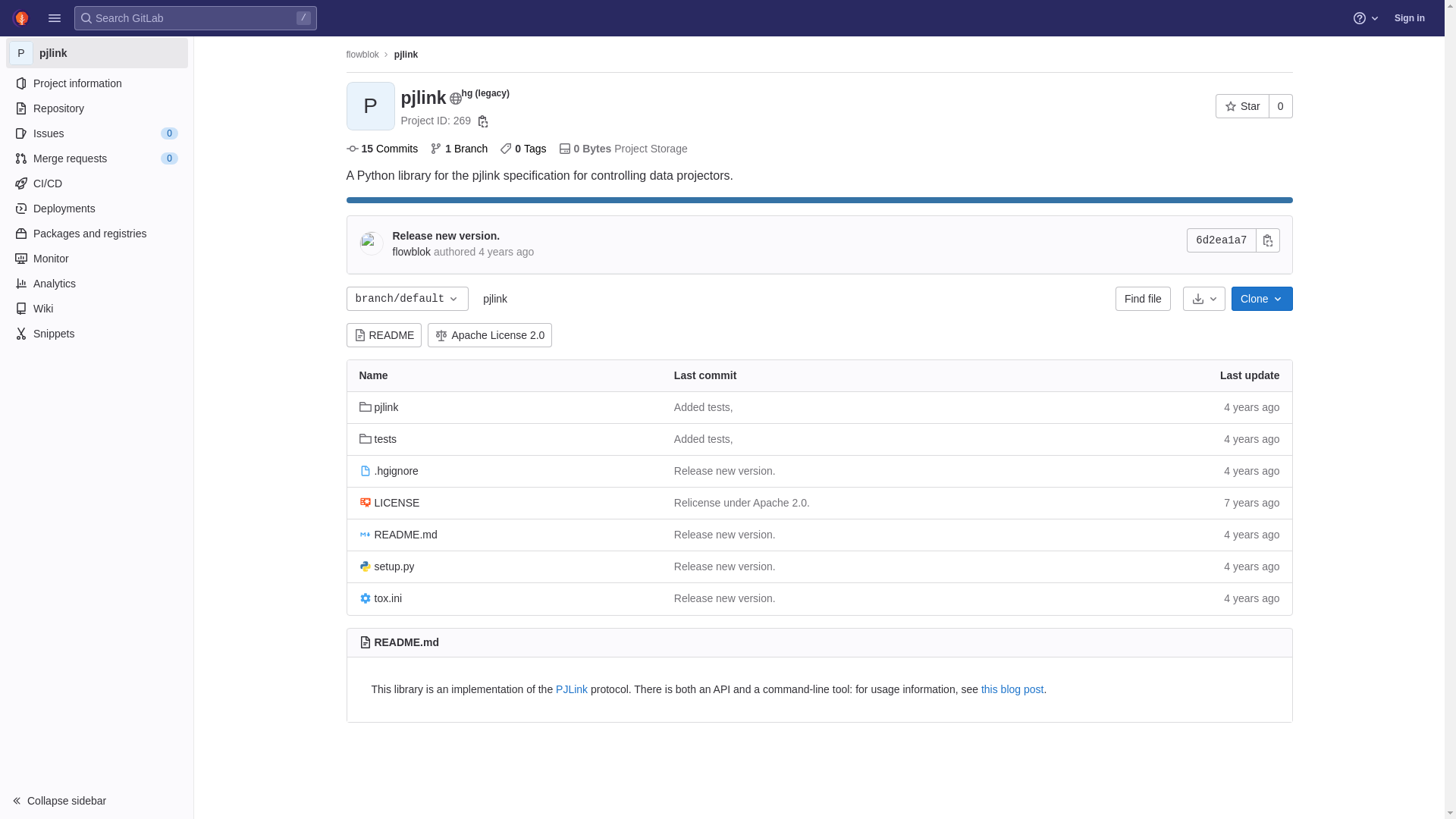  Describe the element at coordinates (96, 107) in the screenshot. I see `'Repository'` at that location.